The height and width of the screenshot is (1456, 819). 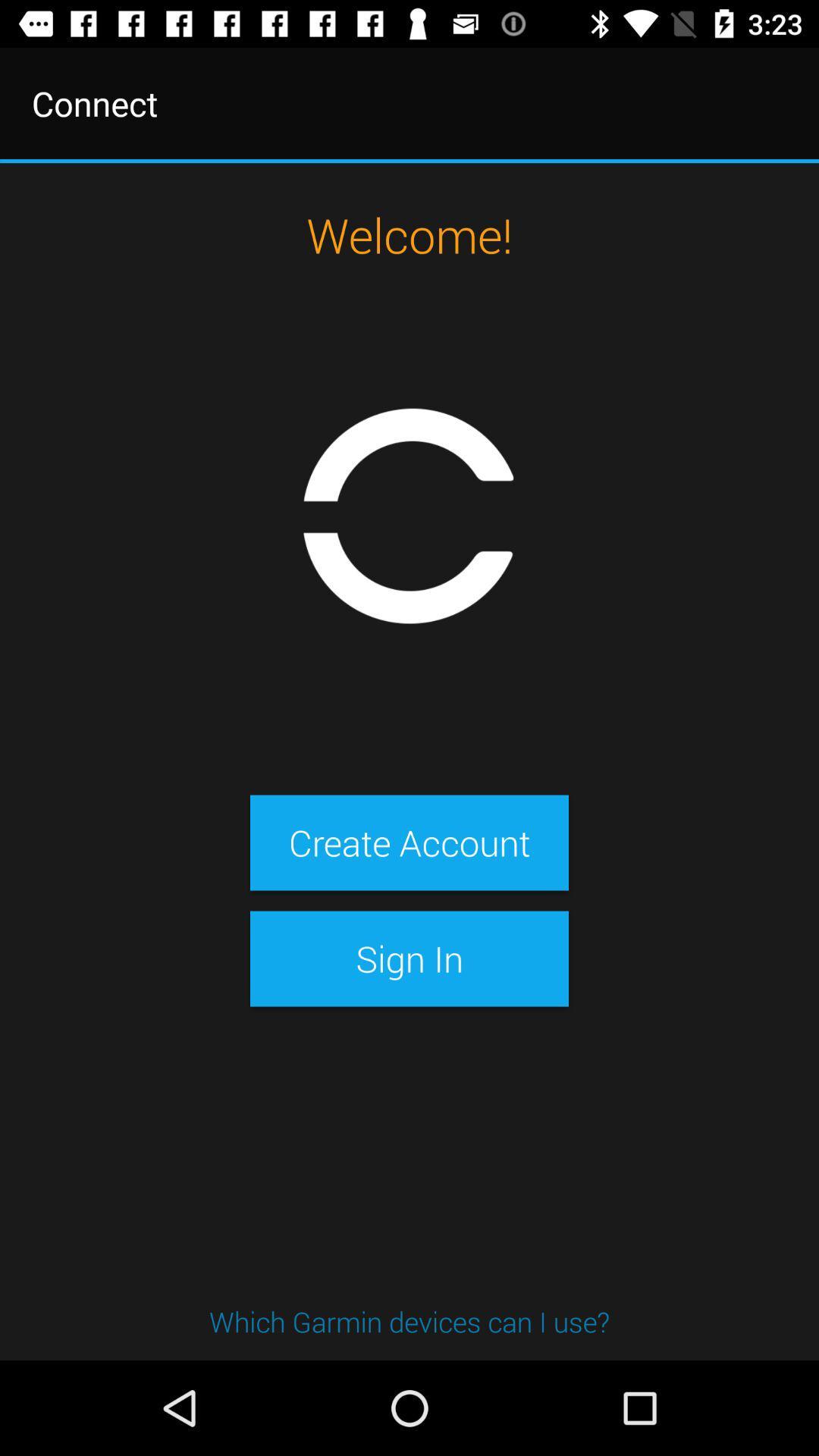 I want to click on which garmin devices icon, so click(x=409, y=1320).